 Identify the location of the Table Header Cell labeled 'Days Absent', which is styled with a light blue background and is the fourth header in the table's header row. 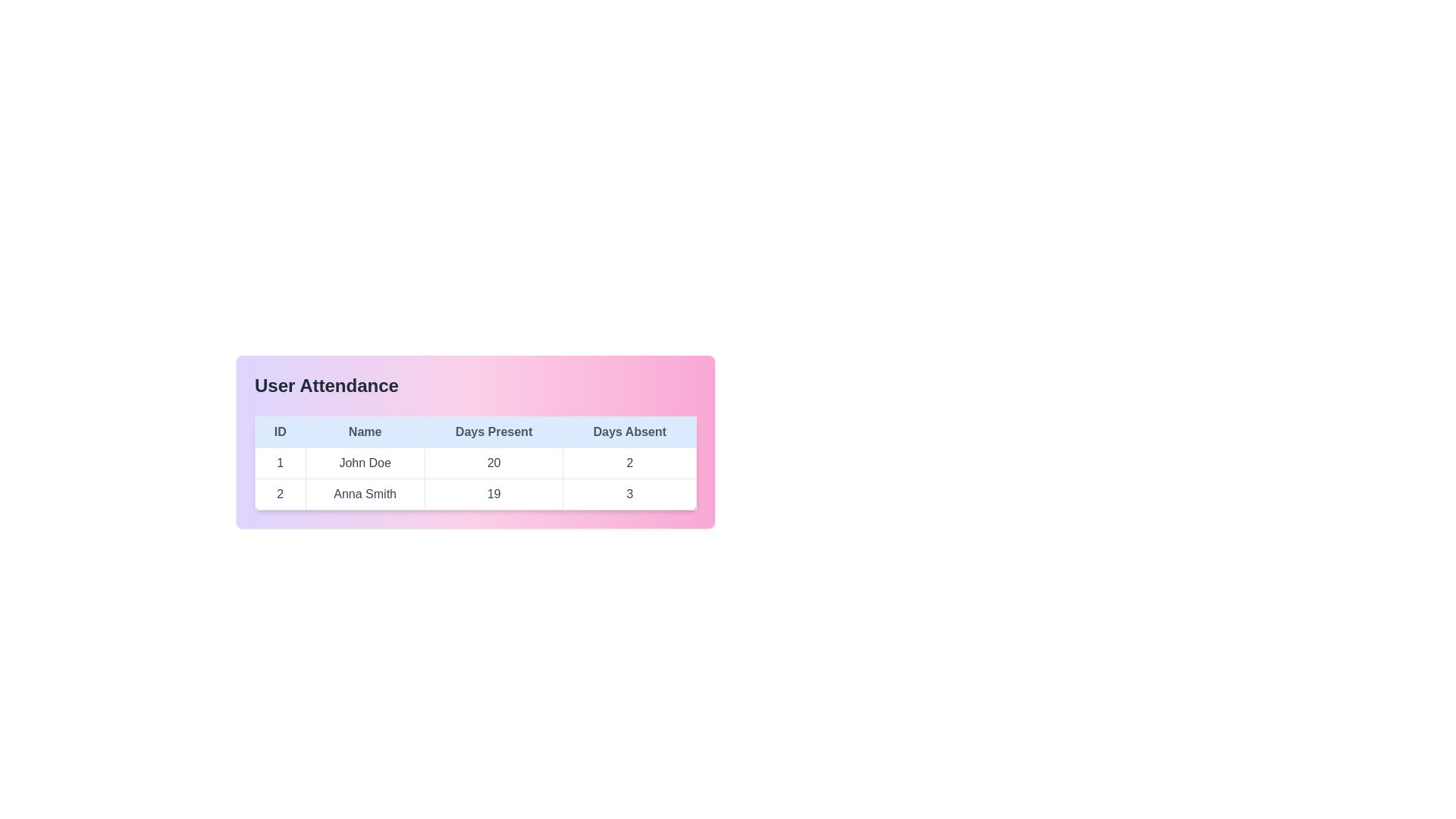
(629, 432).